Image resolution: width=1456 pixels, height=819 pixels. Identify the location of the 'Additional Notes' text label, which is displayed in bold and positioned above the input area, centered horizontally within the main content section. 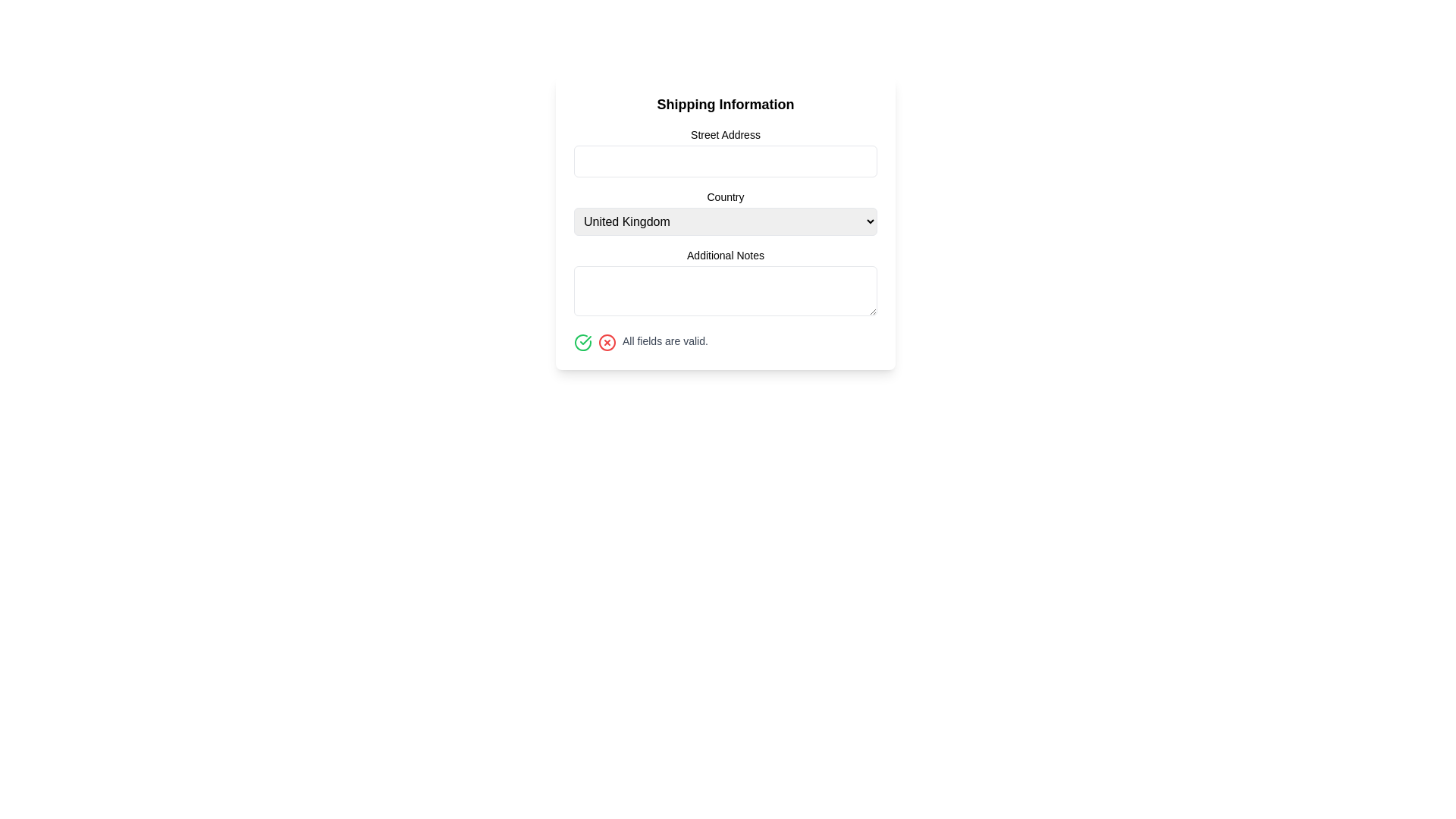
(724, 254).